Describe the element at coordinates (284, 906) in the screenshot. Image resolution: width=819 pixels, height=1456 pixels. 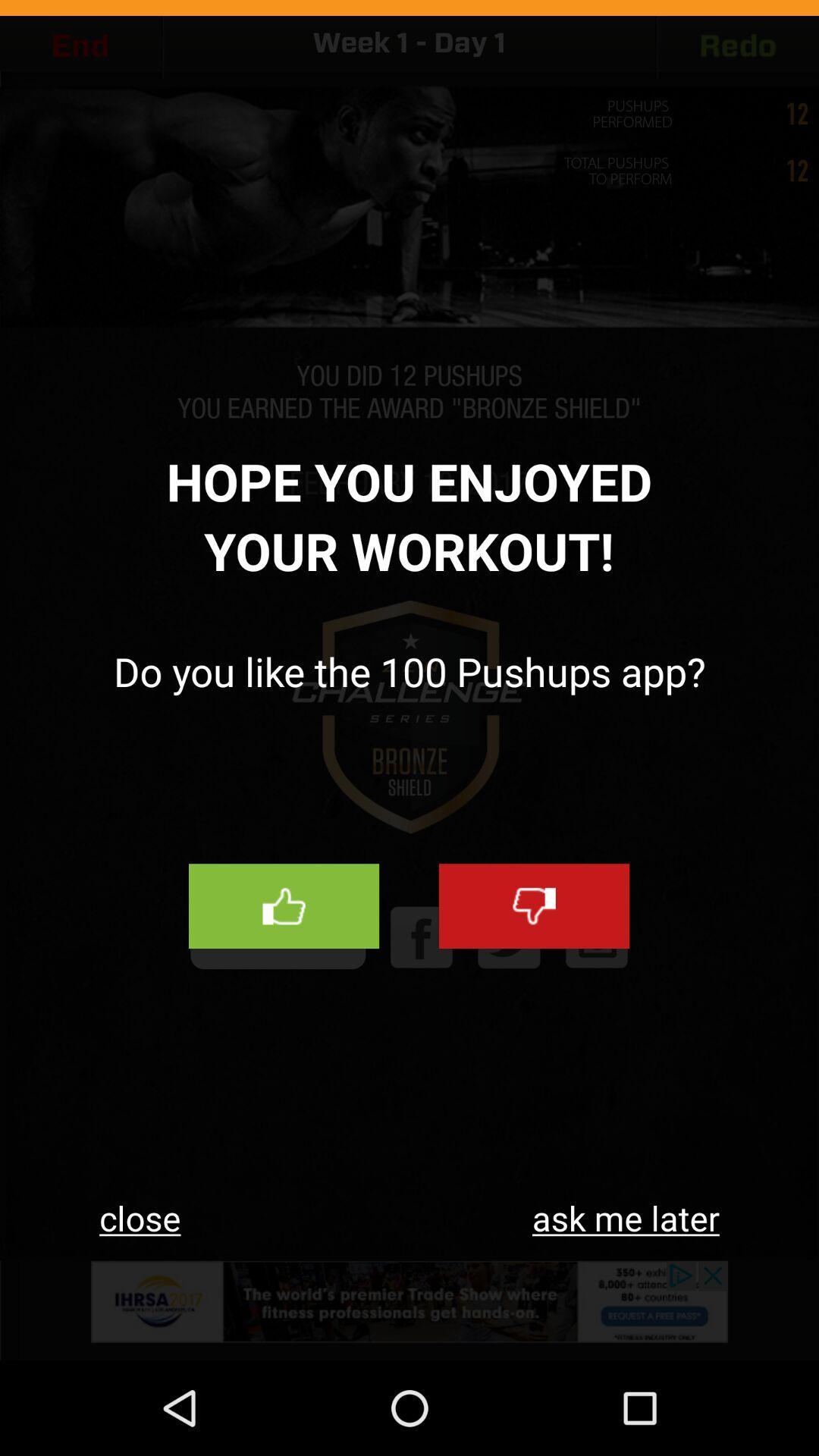
I see `like us` at that location.